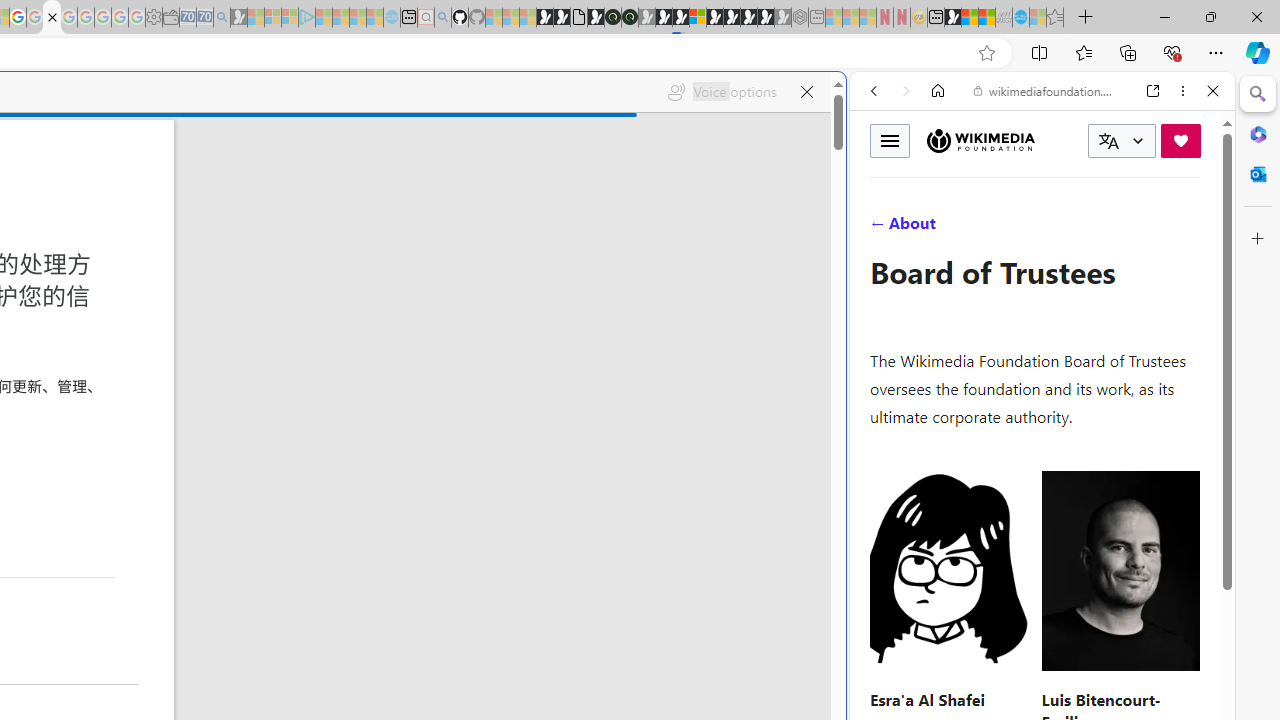 This screenshot has height=720, width=1280. Describe the element at coordinates (1045, 91) in the screenshot. I see `'wikimediafoundation.org'` at that location.